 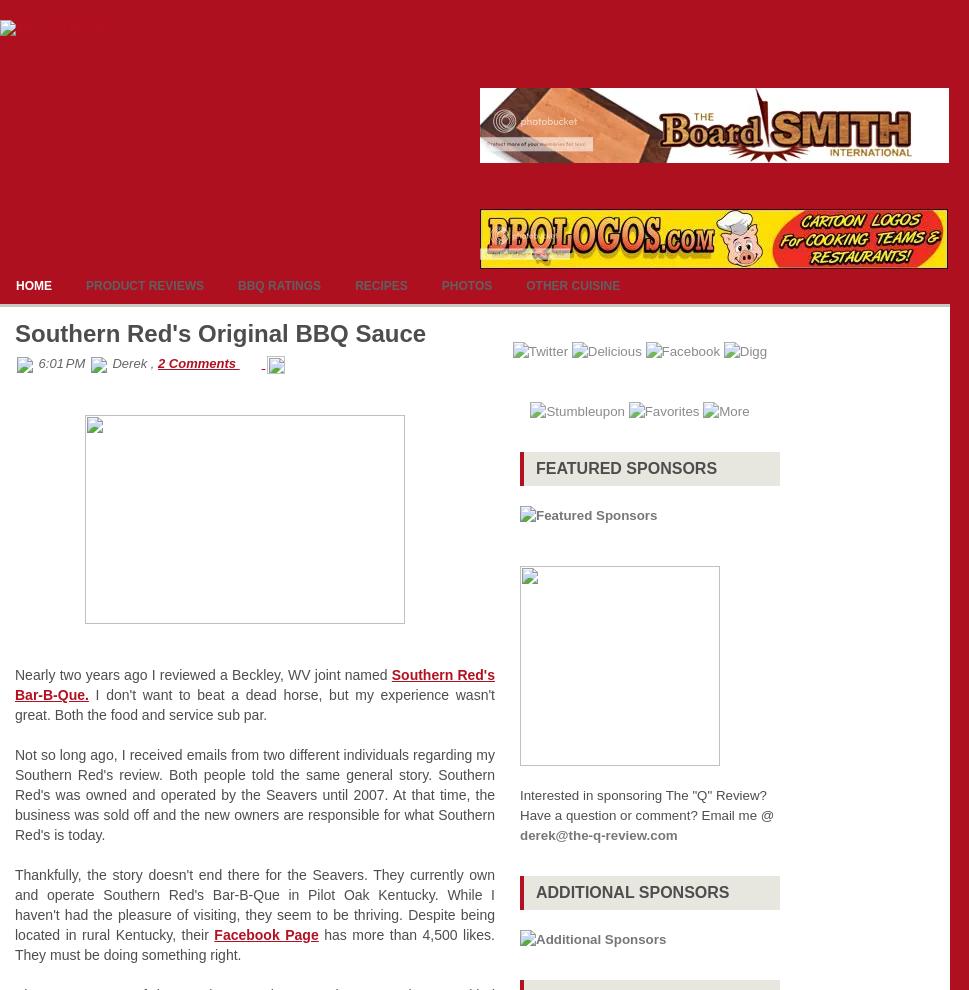 I want to click on '6:01 PM', so click(x=60, y=363).